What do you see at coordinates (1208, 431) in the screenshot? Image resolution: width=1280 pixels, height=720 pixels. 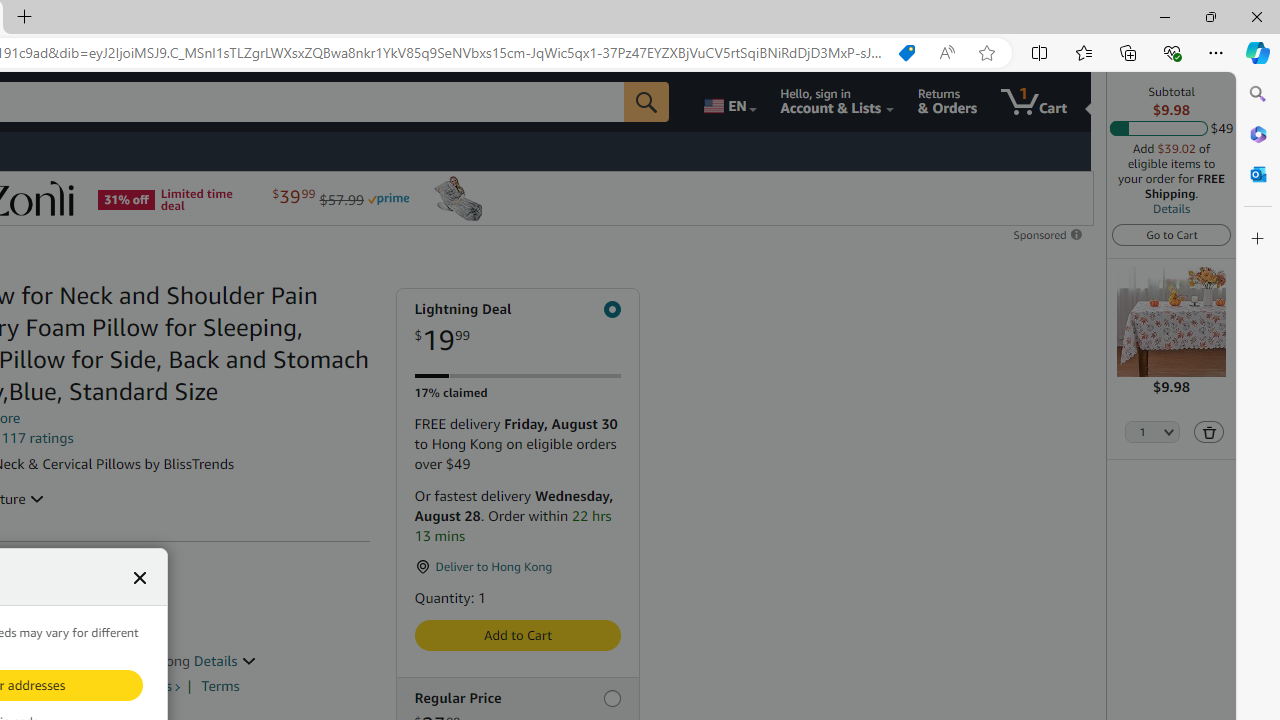 I see `'Delete'` at bounding box center [1208, 431].